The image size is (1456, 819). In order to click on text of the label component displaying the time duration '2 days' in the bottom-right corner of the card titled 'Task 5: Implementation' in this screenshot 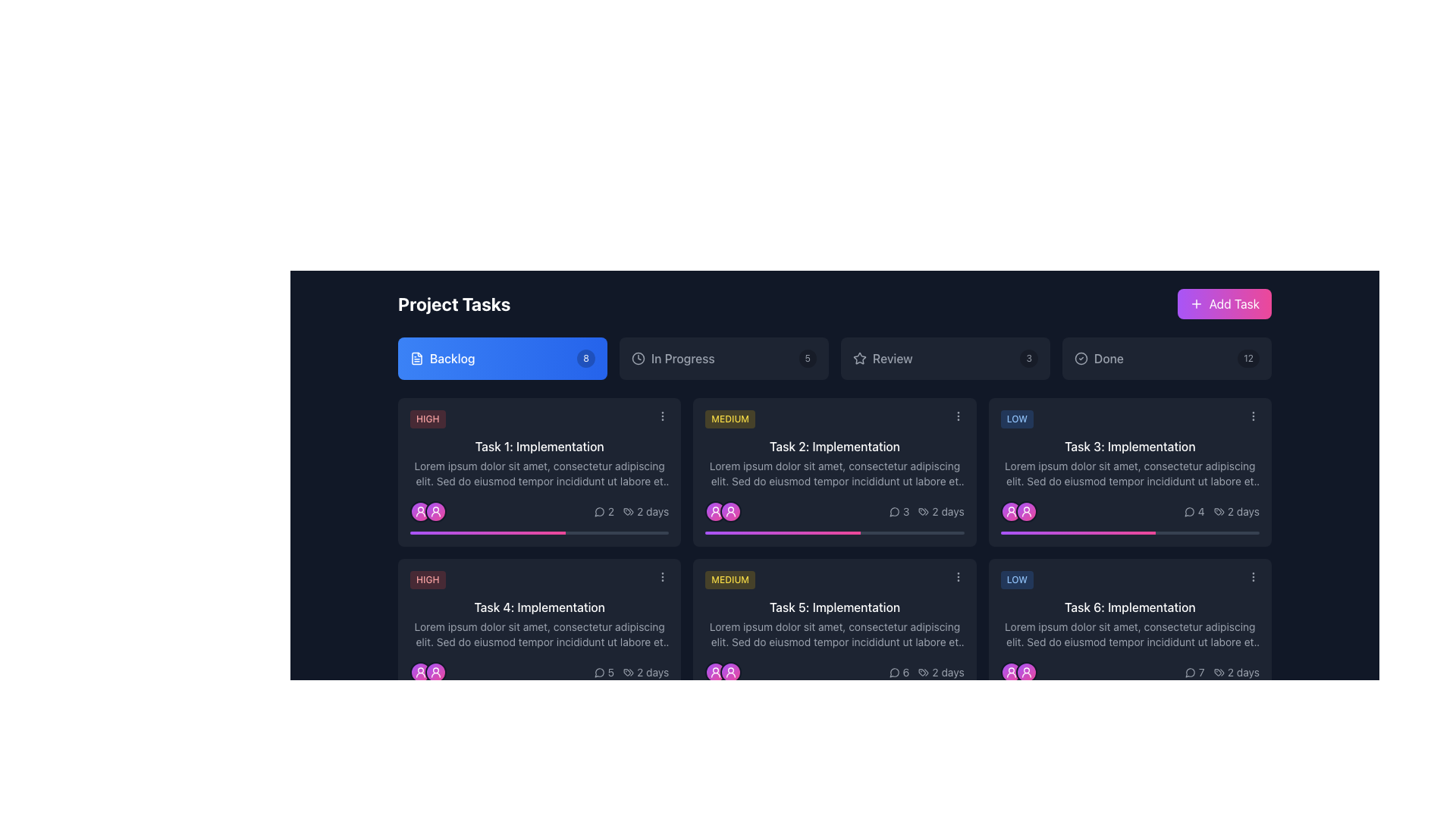, I will do `click(926, 672)`.